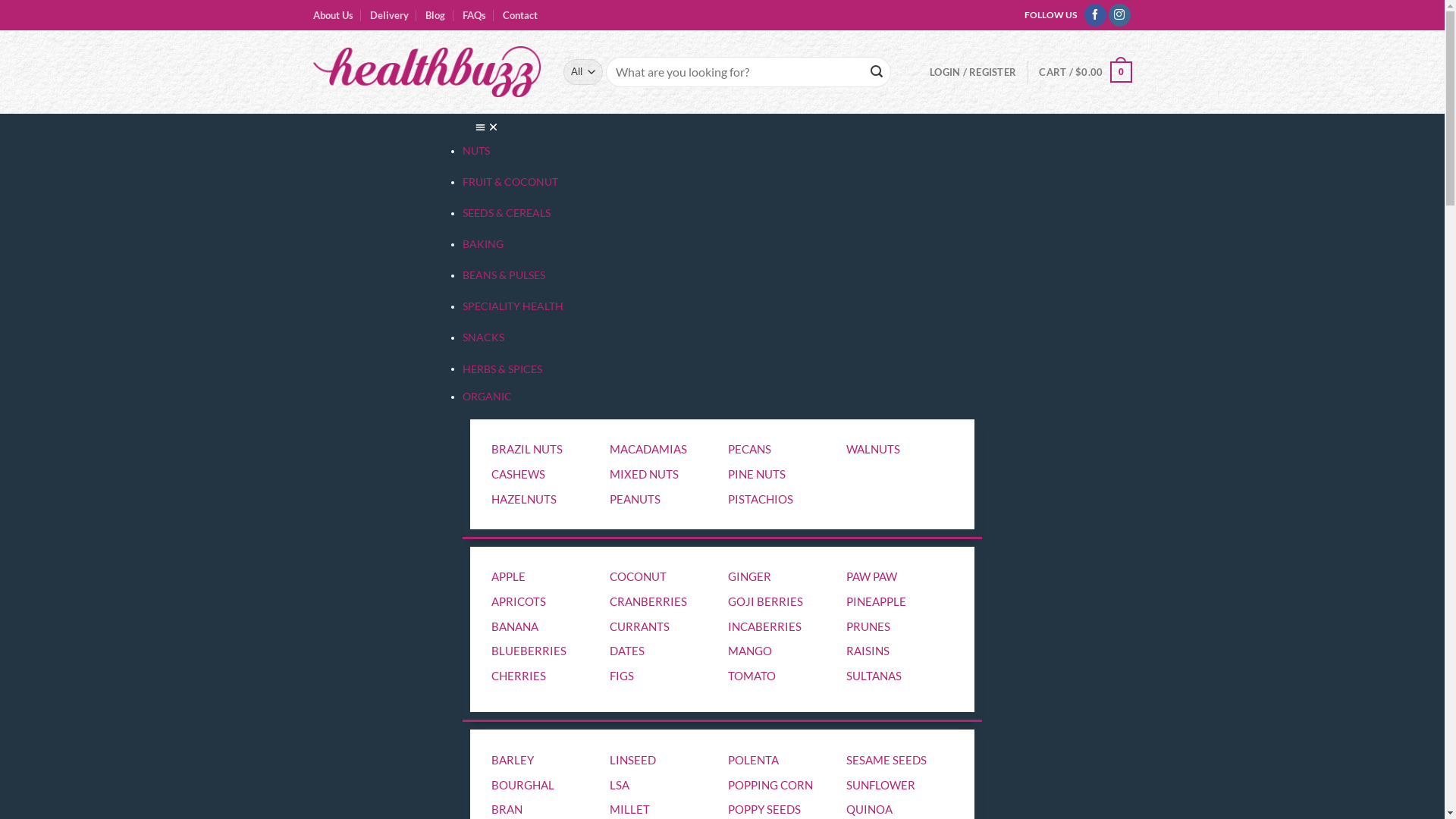 This screenshot has height=819, width=1456. I want to click on 'MIXED NUTS', so click(610, 472).